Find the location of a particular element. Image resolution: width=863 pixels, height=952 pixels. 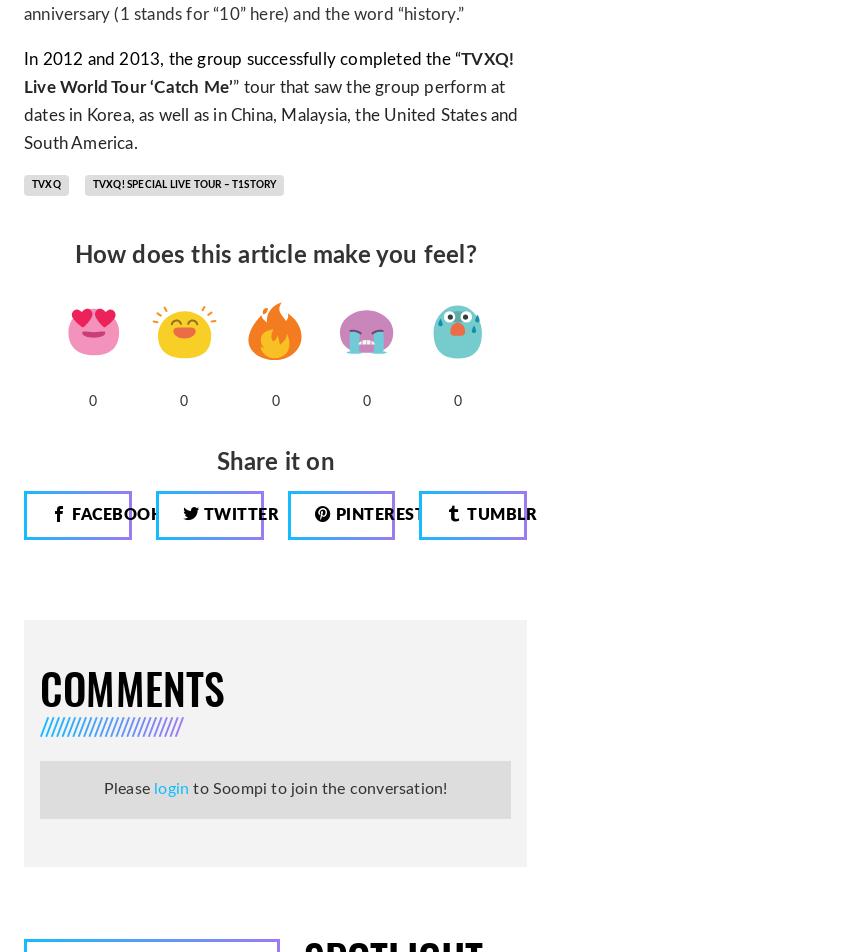

'Facebook' is located at coordinates (116, 513).